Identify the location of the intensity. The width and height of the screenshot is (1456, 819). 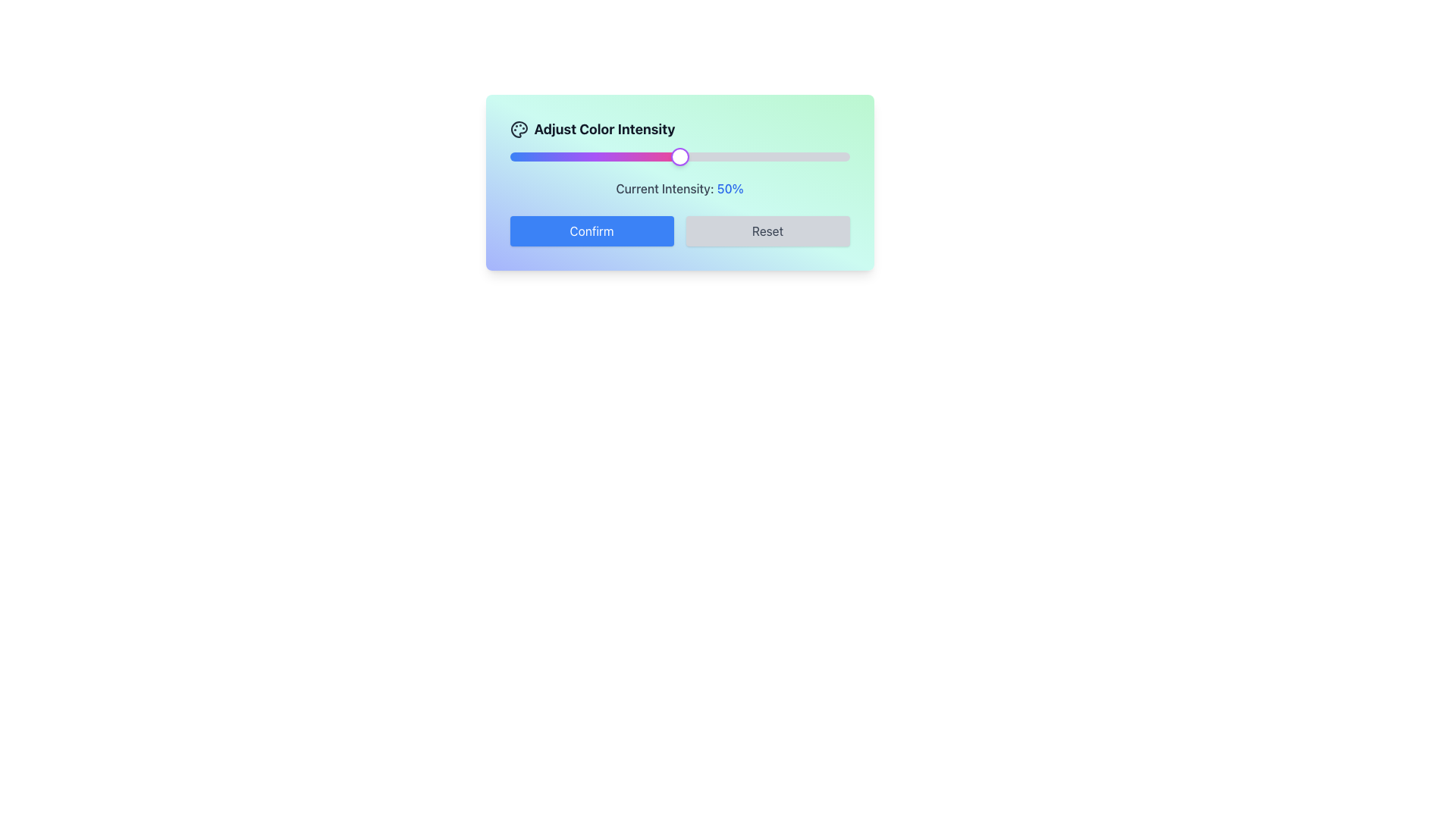
(671, 157).